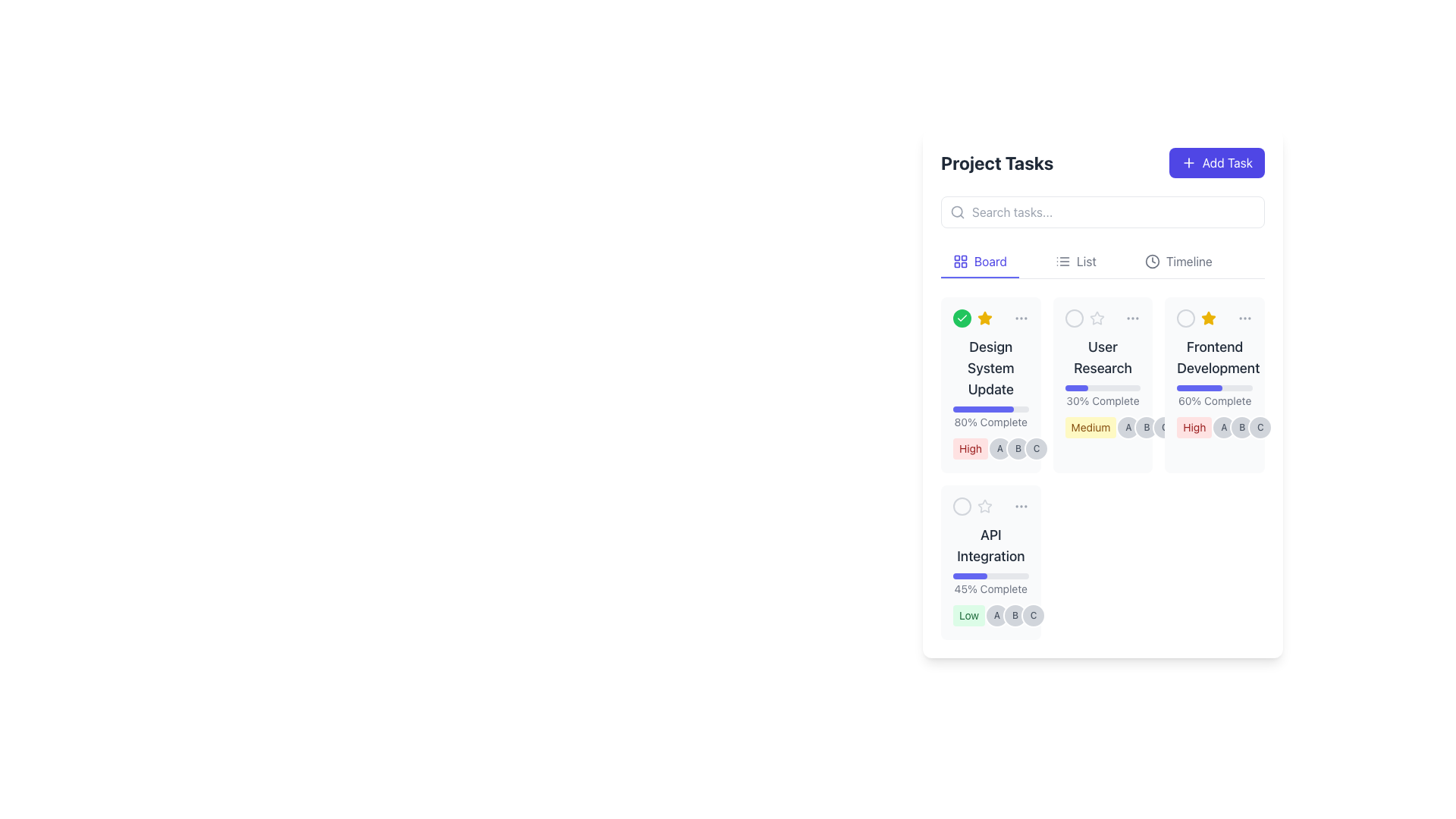 The width and height of the screenshot is (1456, 819). What do you see at coordinates (1215, 357) in the screenshot?
I see `the Text label displaying the title of the task related to 'Frontend Development', located in the upper section of the task card in the third column of the project task board` at bounding box center [1215, 357].